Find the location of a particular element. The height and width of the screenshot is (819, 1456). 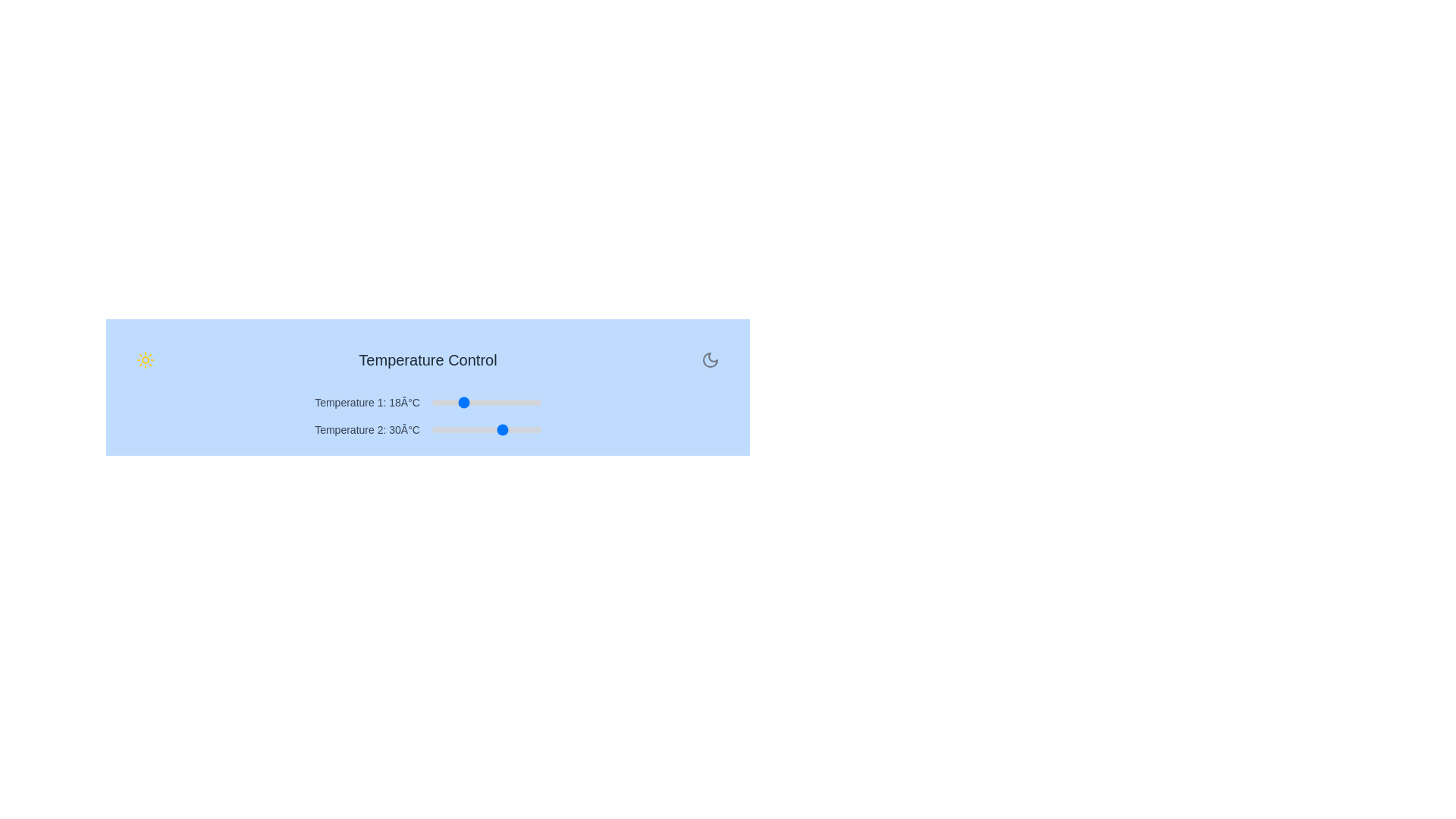

the temperature slider is located at coordinates (508, 430).